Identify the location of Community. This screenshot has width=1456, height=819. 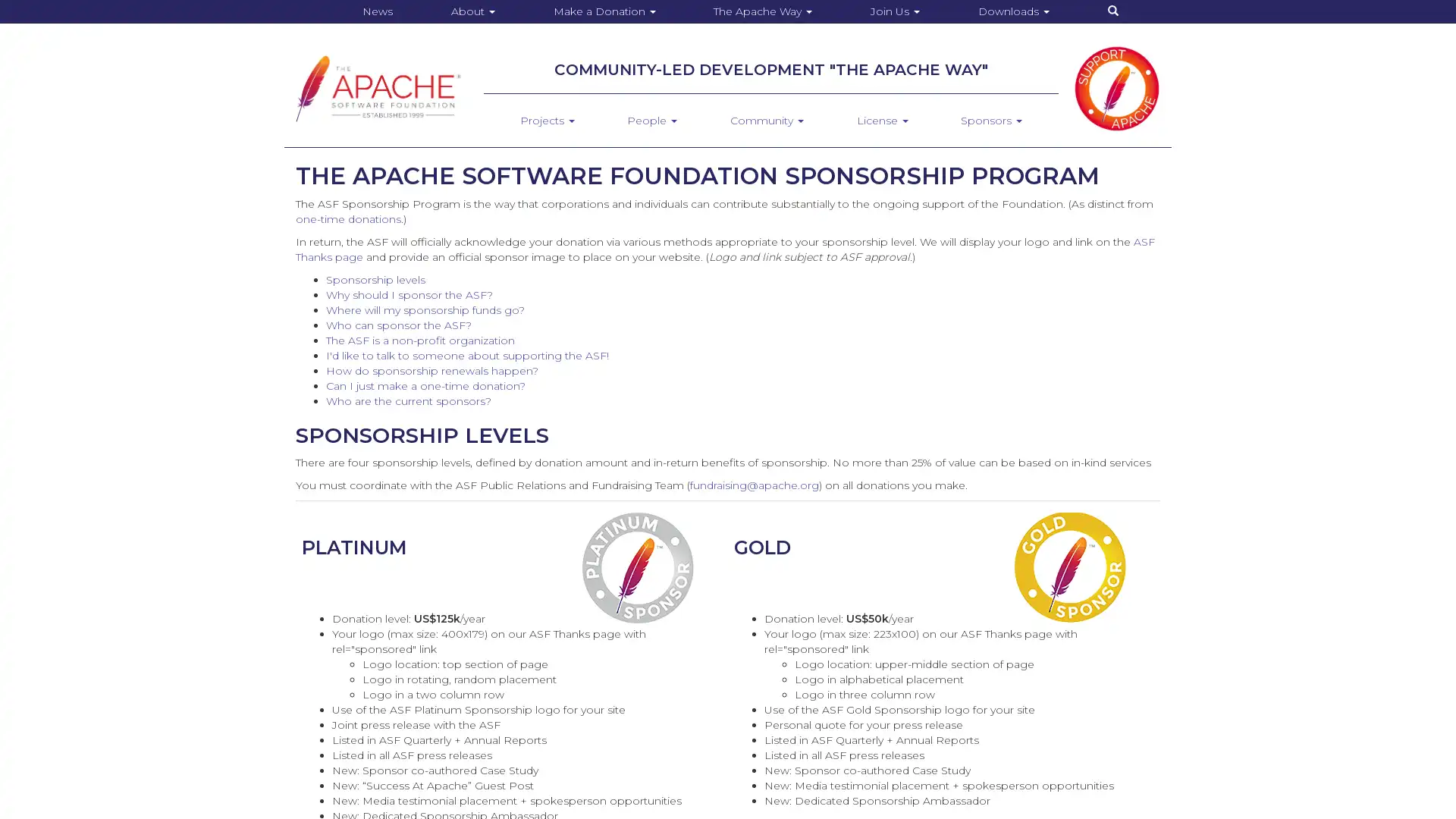
(766, 119).